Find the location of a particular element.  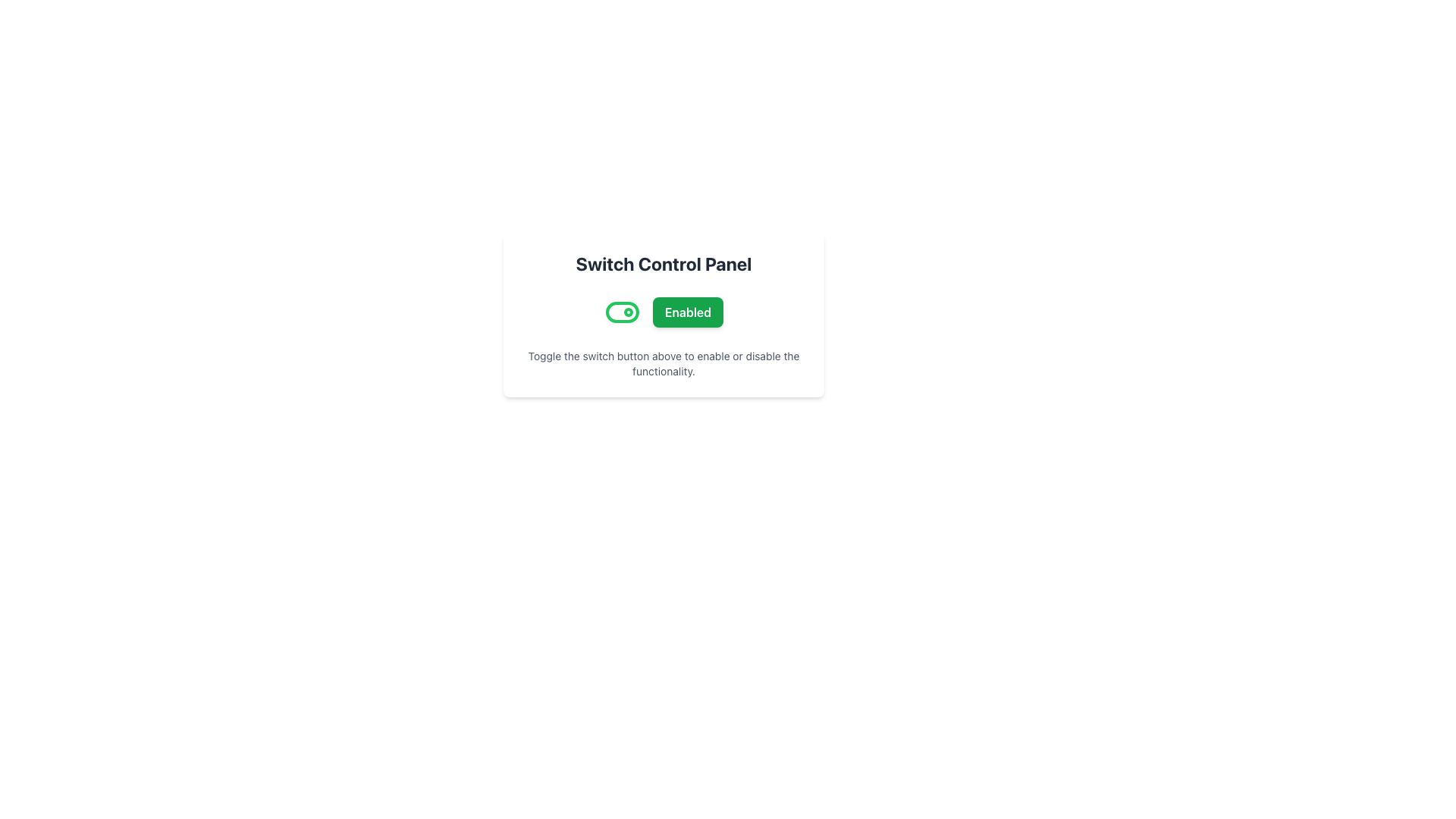

the green rectangular button labeled 'Enabled' to observe its hover effect is located at coordinates (687, 312).